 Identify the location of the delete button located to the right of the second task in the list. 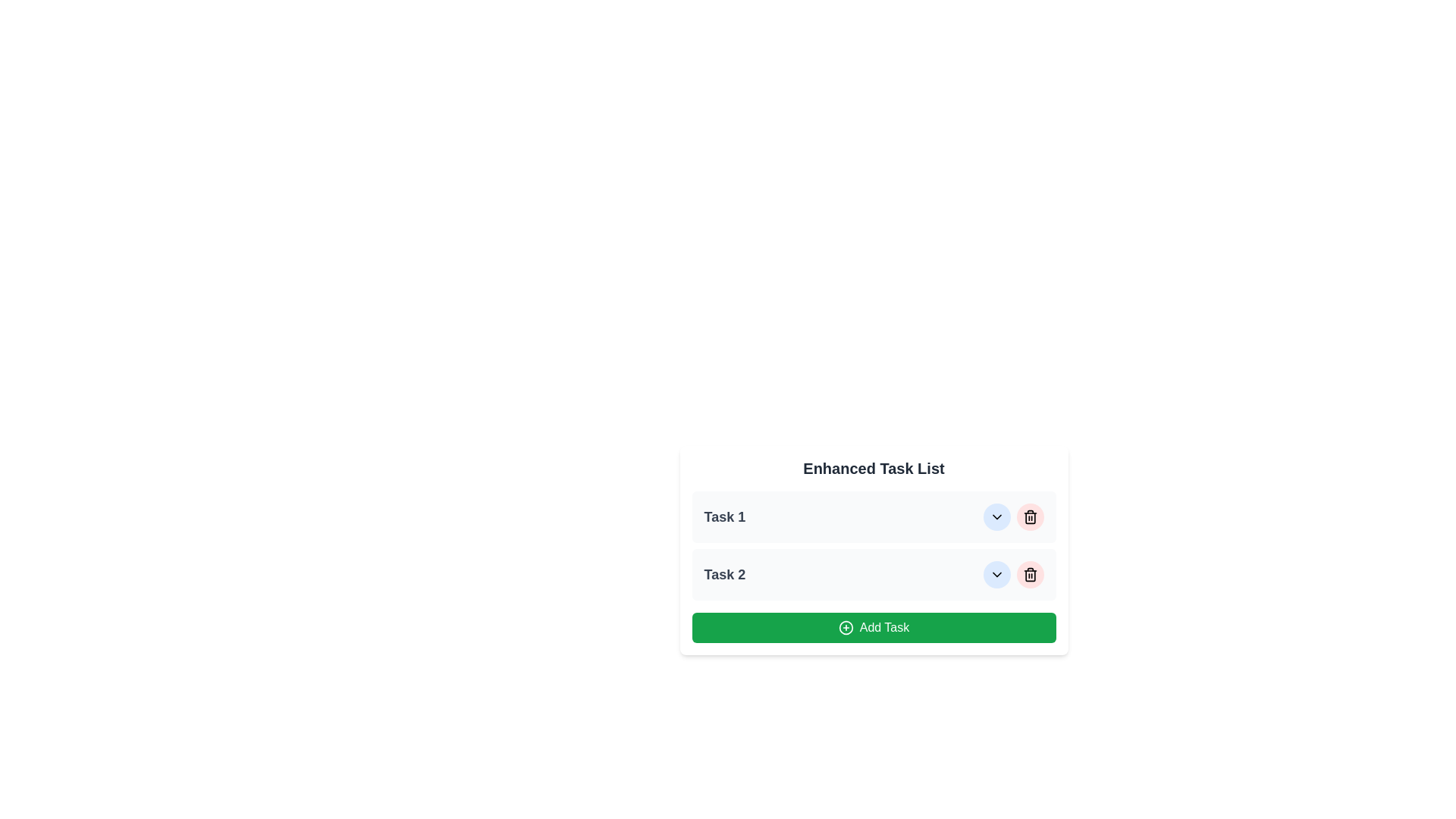
(1030, 575).